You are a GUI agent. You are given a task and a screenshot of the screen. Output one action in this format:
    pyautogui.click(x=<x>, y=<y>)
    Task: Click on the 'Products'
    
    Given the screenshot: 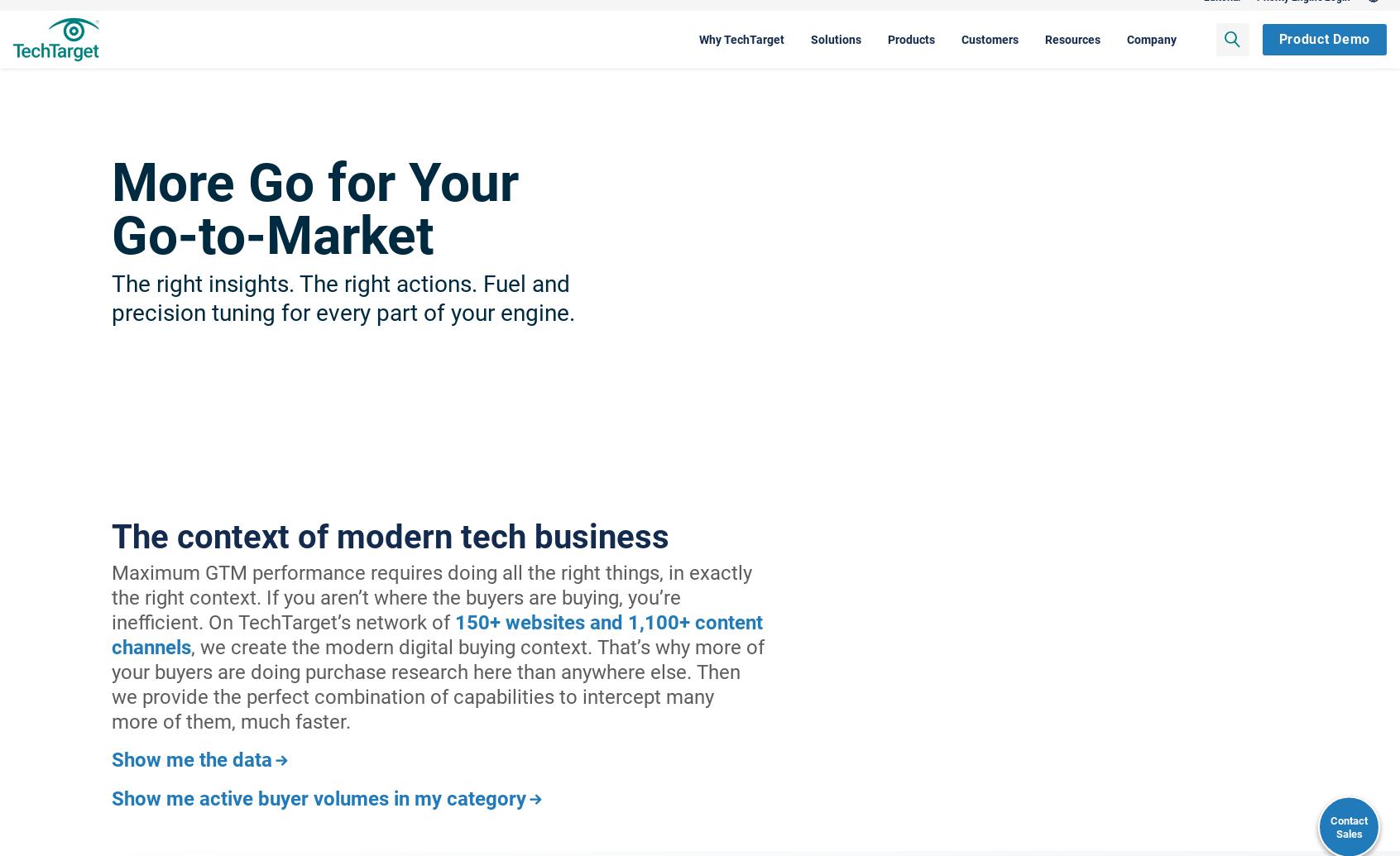 What is the action you would take?
    pyautogui.click(x=812, y=55)
    